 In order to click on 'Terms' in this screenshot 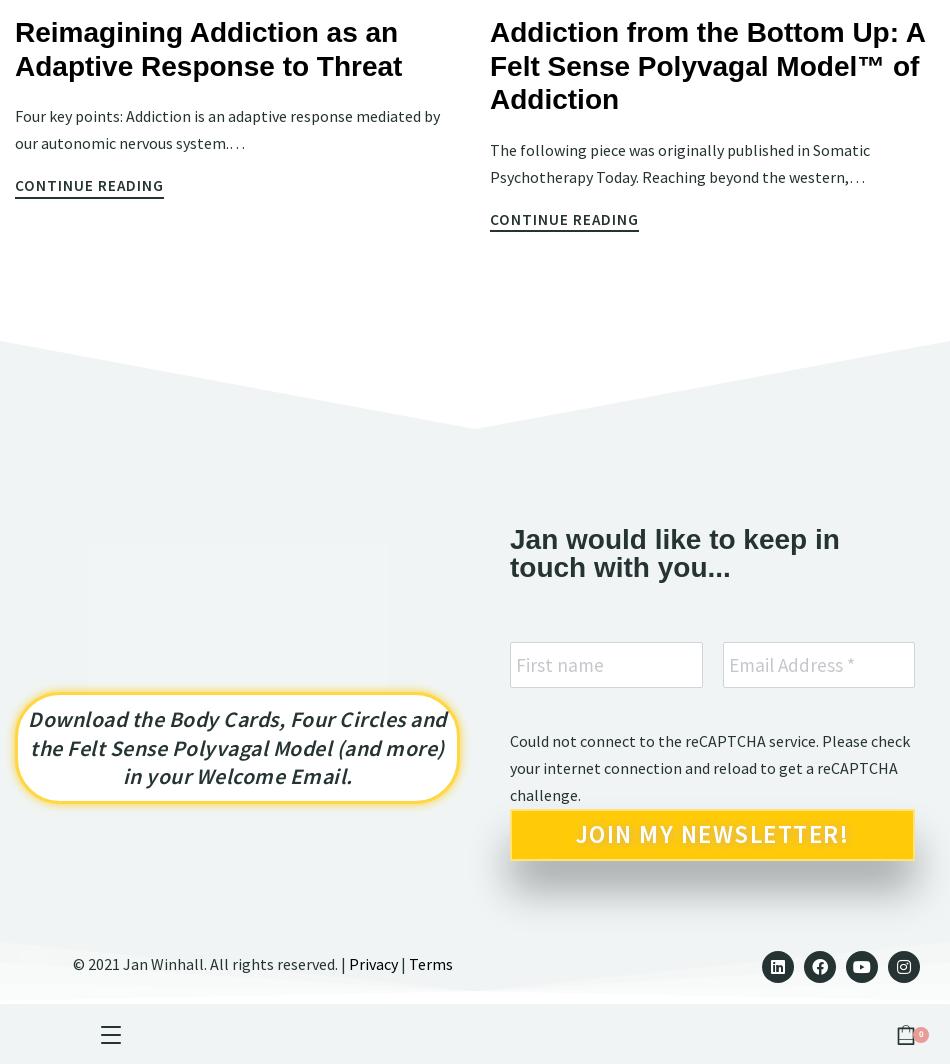, I will do `click(430, 963)`.